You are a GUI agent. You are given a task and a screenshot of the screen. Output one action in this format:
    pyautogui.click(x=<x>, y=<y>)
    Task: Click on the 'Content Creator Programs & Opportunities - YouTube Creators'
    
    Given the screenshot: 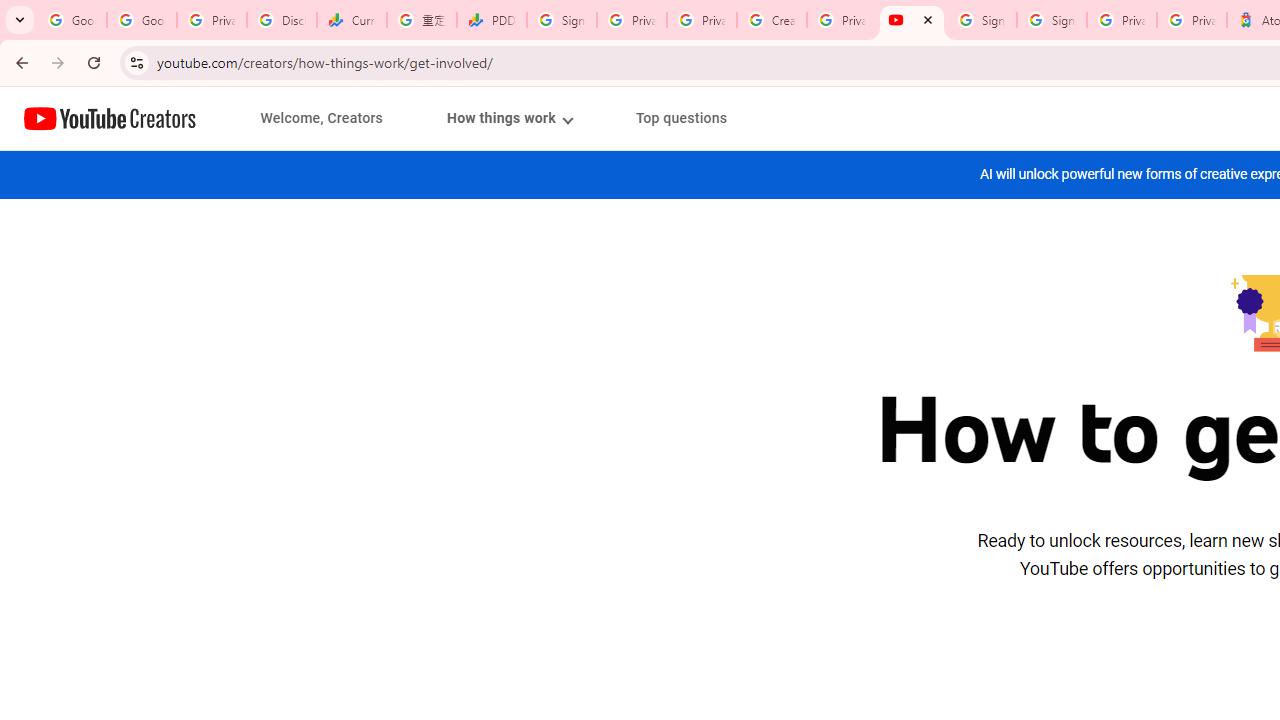 What is the action you would take?
    pyautogui.click(x=911, y=20)
    